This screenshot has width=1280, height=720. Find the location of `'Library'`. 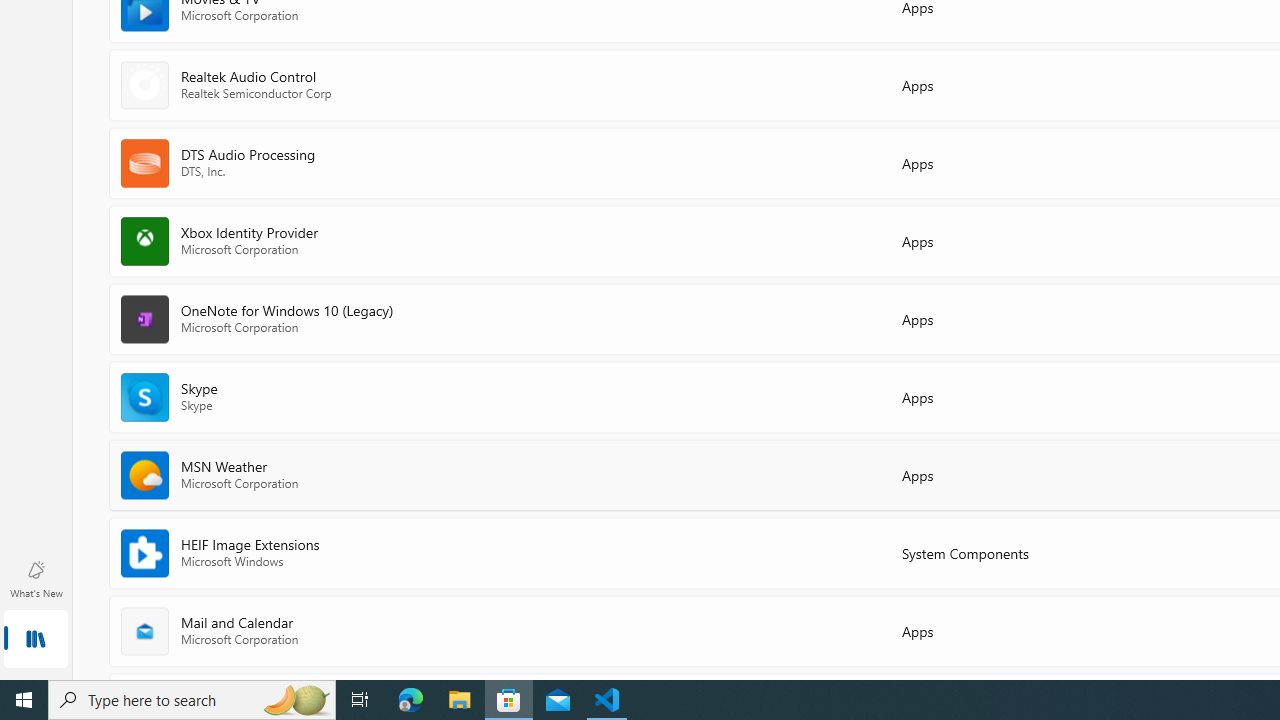

'Library' is located at coordinates (35, 640).